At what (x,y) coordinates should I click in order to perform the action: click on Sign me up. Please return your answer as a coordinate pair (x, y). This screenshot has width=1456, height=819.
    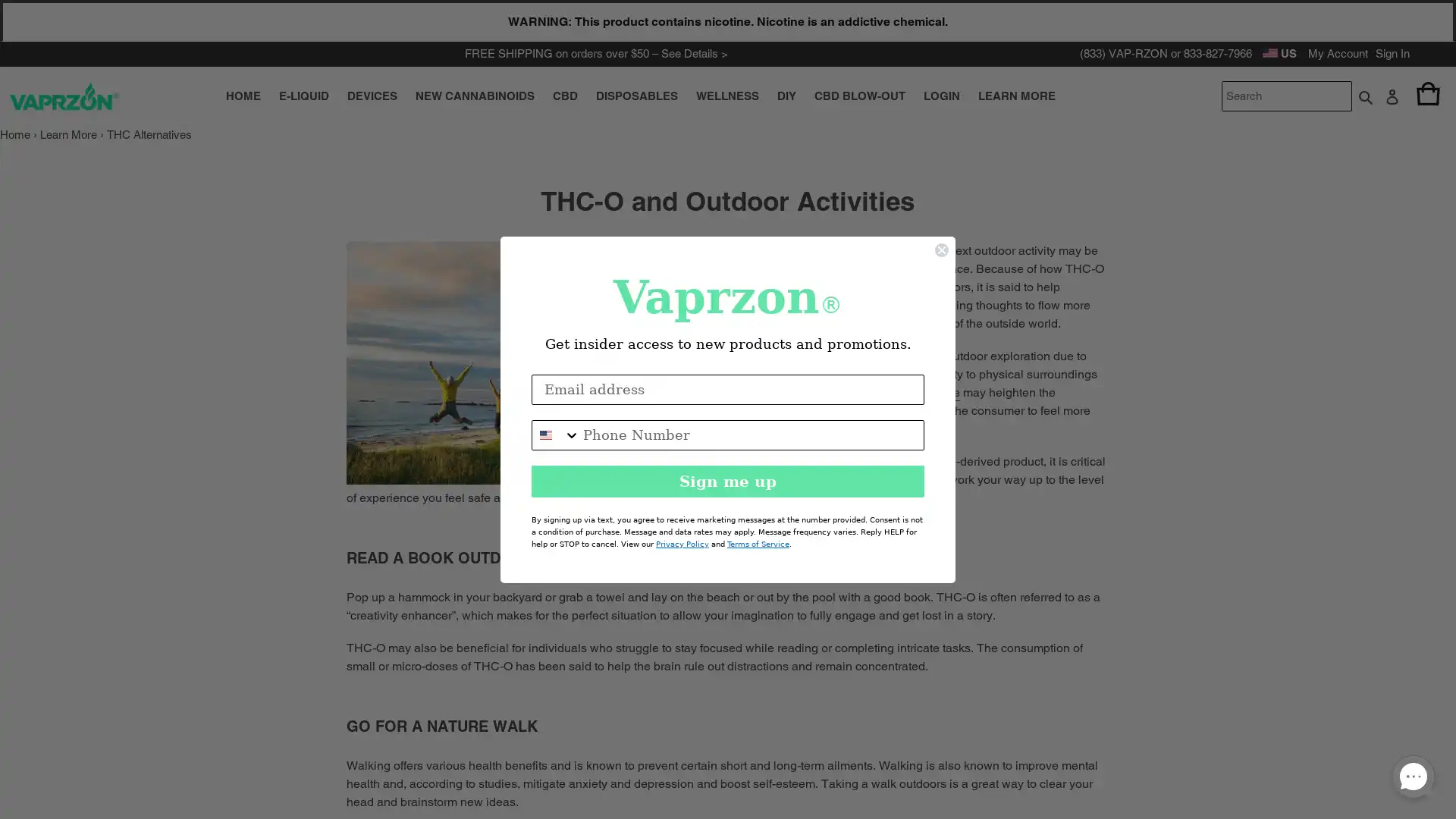
    Looking at the image, I should click on (728, 480).